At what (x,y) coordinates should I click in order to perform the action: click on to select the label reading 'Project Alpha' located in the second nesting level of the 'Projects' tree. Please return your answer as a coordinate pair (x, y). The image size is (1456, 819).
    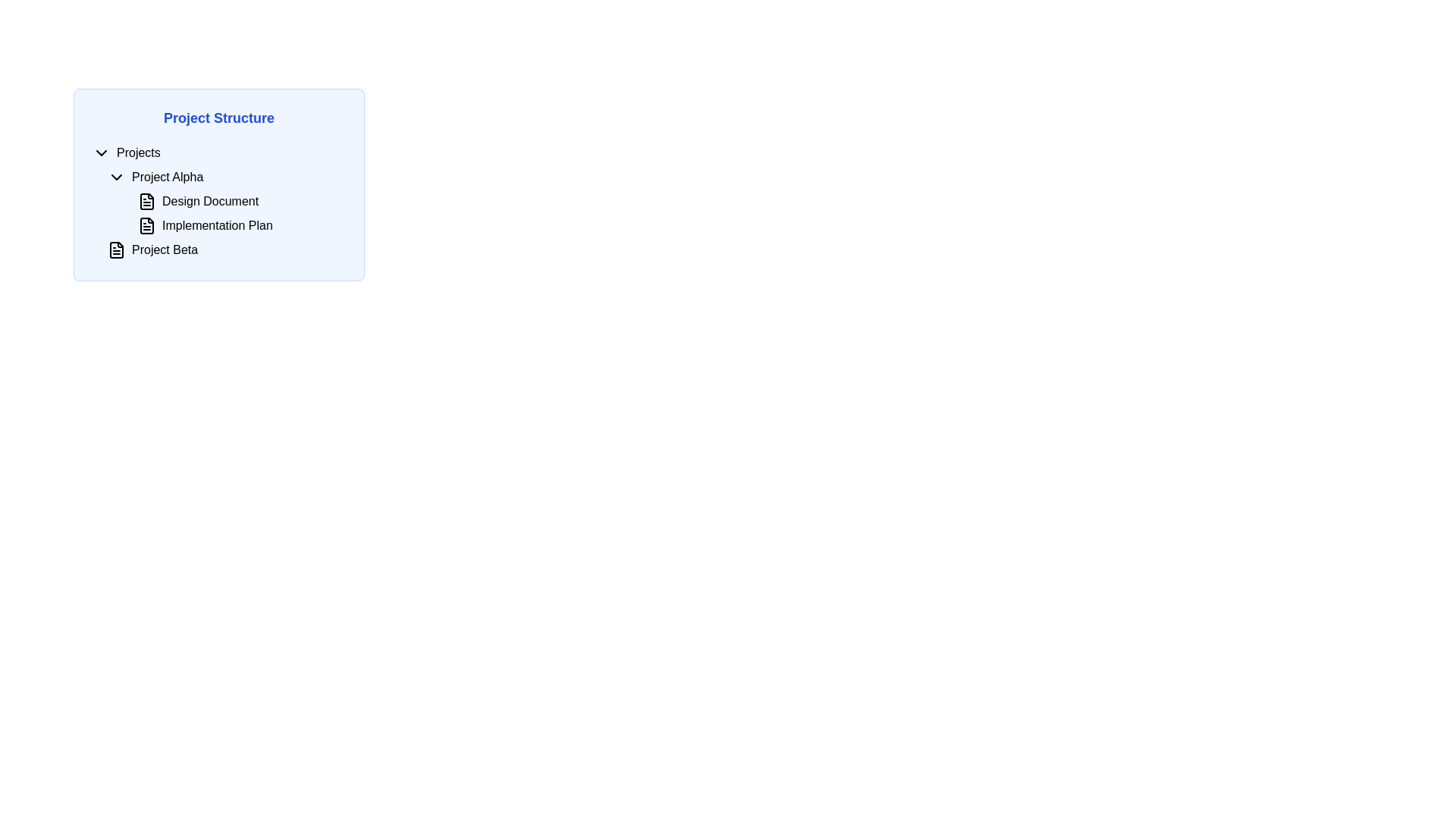
    Looking at the image, I should click on (168, 177).